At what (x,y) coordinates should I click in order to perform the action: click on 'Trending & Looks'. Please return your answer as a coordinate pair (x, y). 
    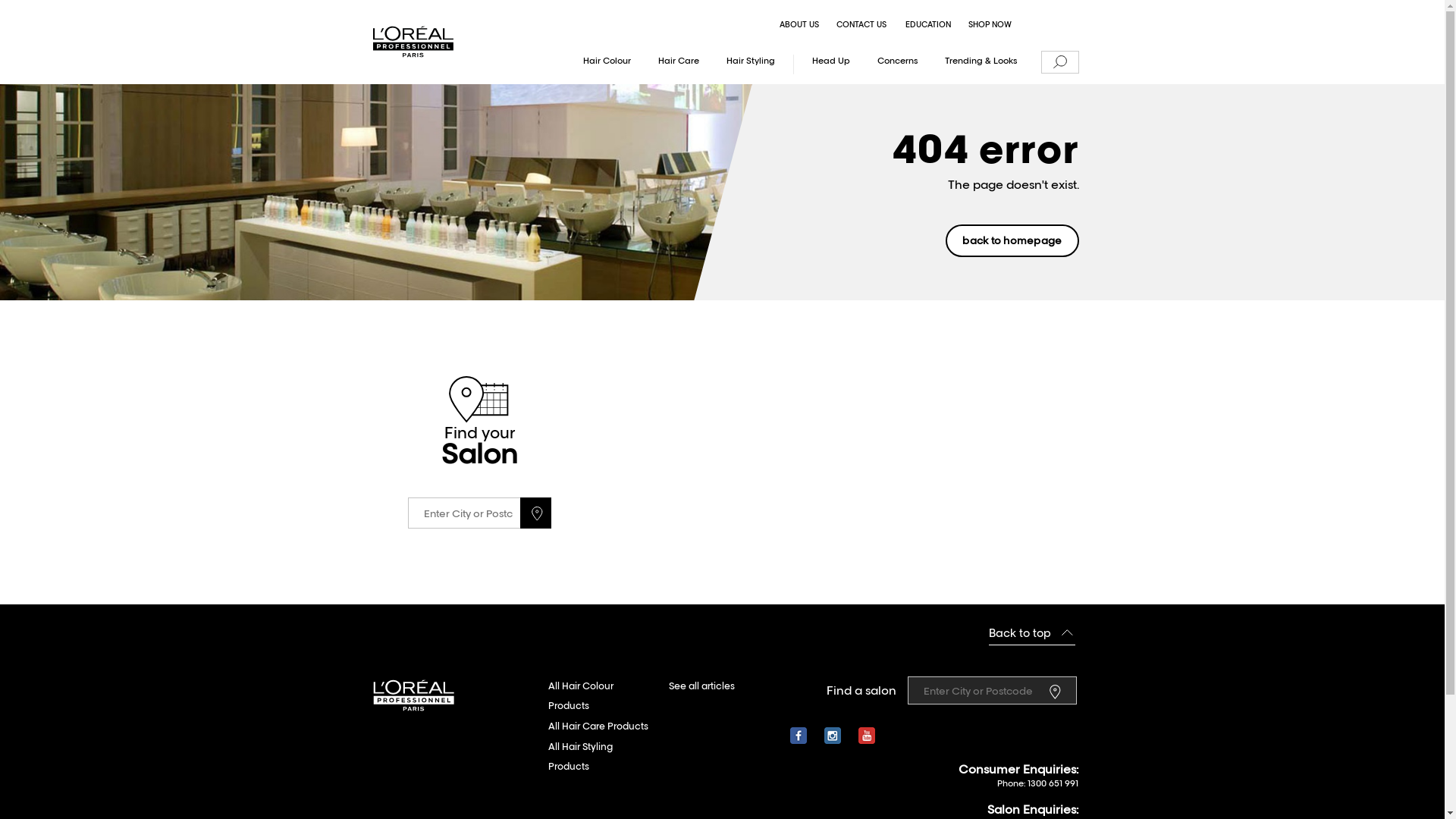
    Looking at the image, I should click on (981, 63).